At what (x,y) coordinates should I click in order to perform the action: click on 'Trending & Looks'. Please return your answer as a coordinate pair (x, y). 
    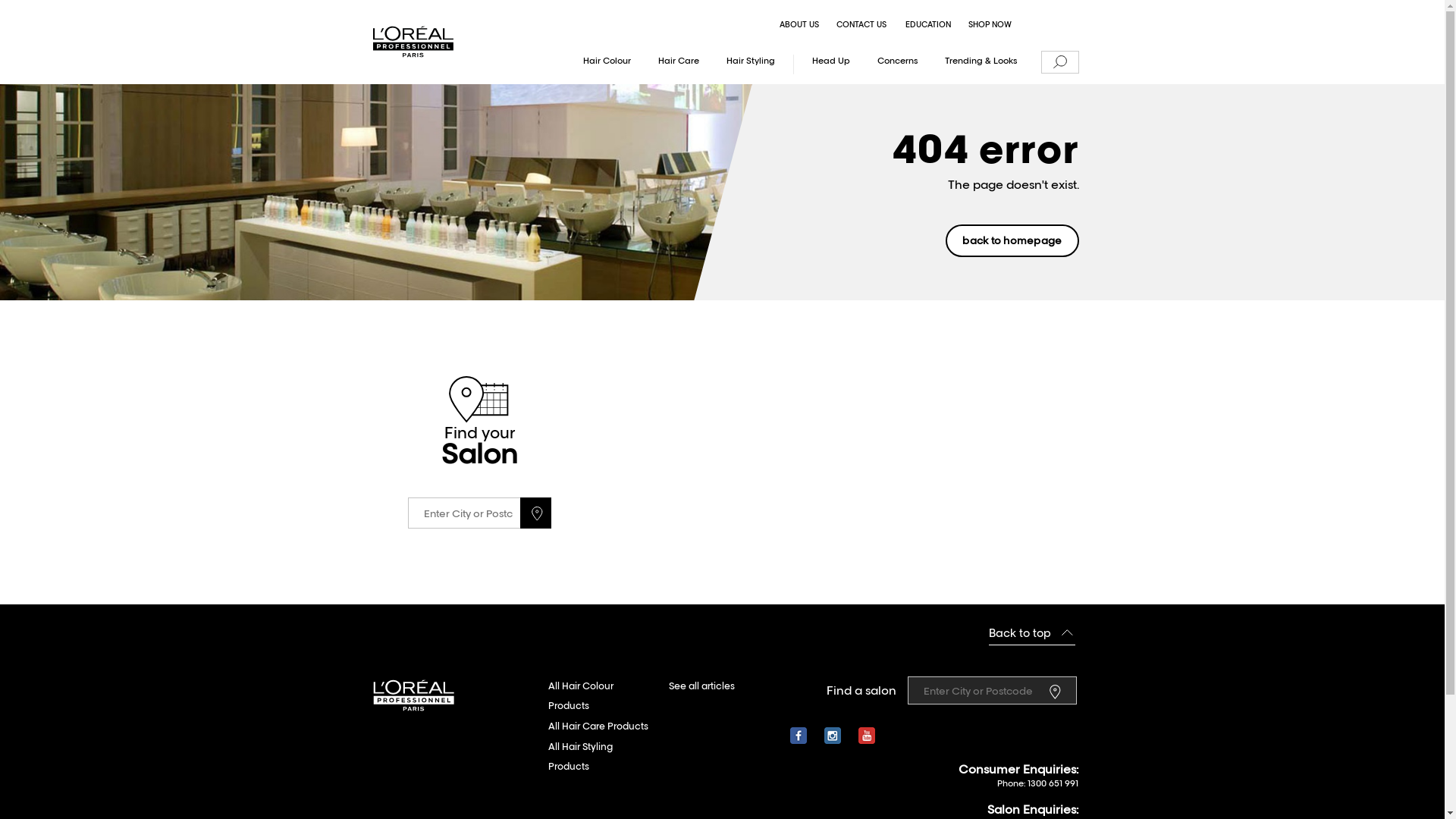
    Looking at the image, I should click on (981, 63).